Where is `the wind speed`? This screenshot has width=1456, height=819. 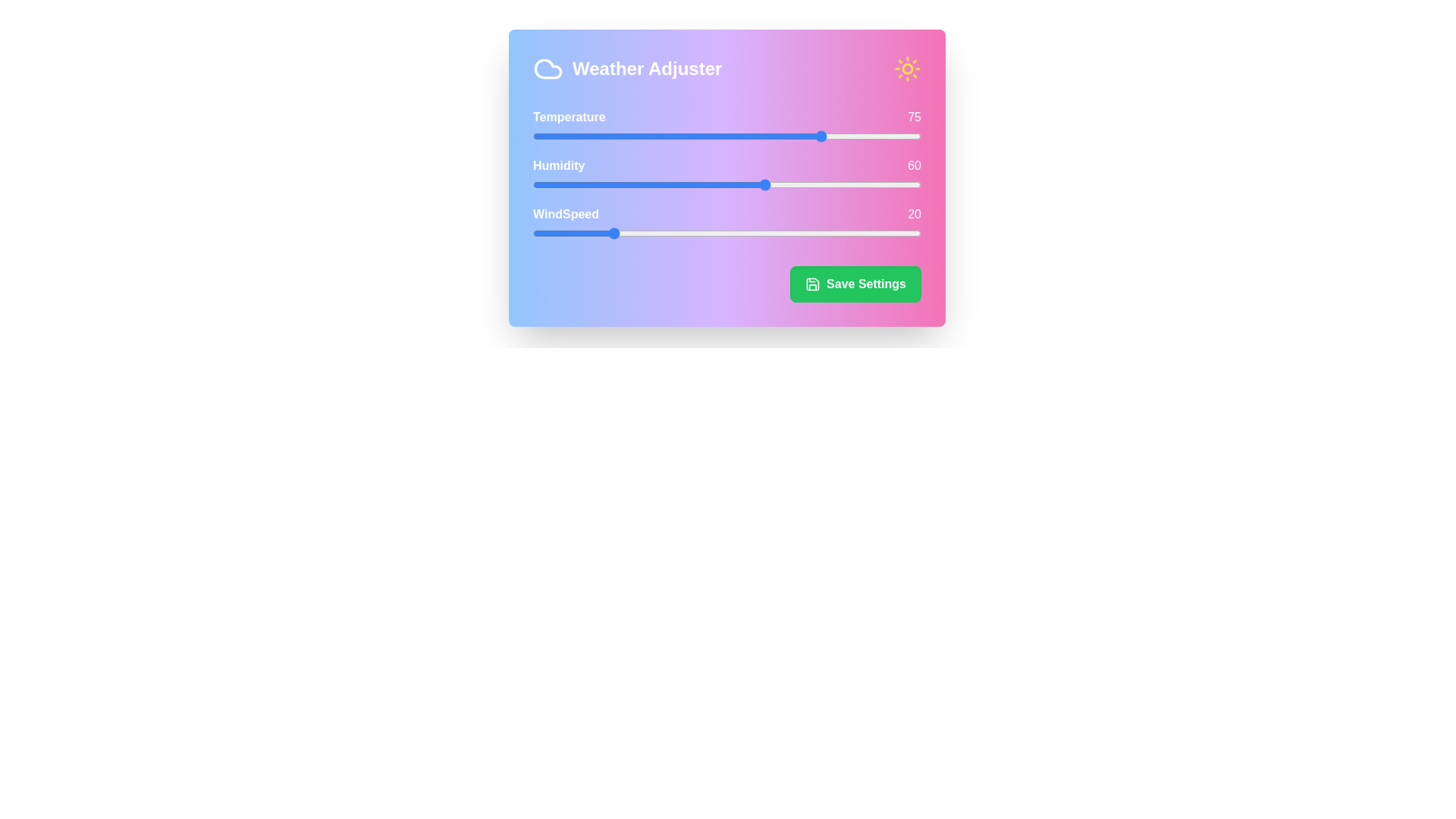
the wind speed is located at coordinates (645, 234).